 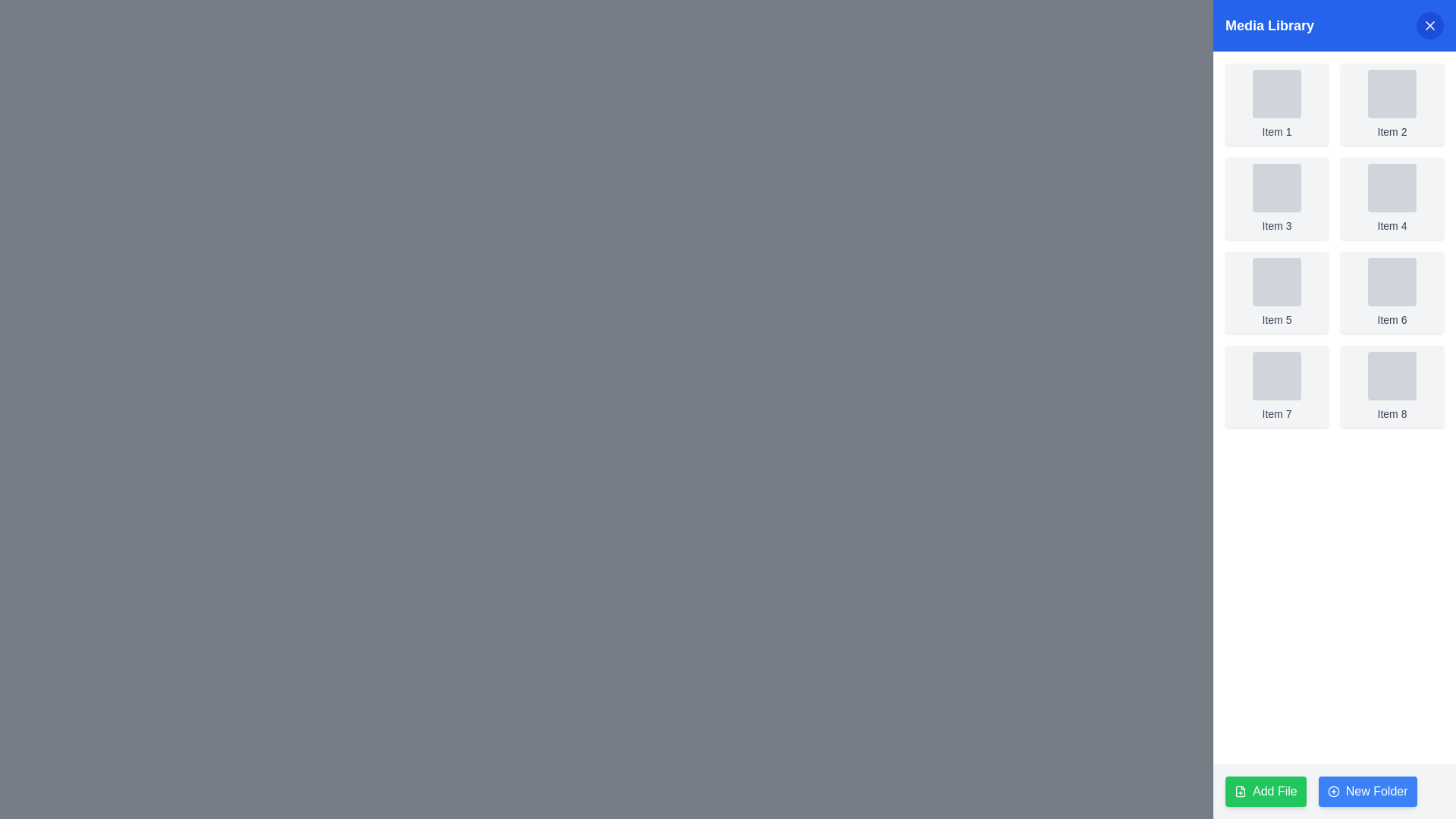 I want to click on the text label 'Item 5' located below the gray thumbnail in the second row and first column of the Media Library panel, so click(x=1276, y=318).